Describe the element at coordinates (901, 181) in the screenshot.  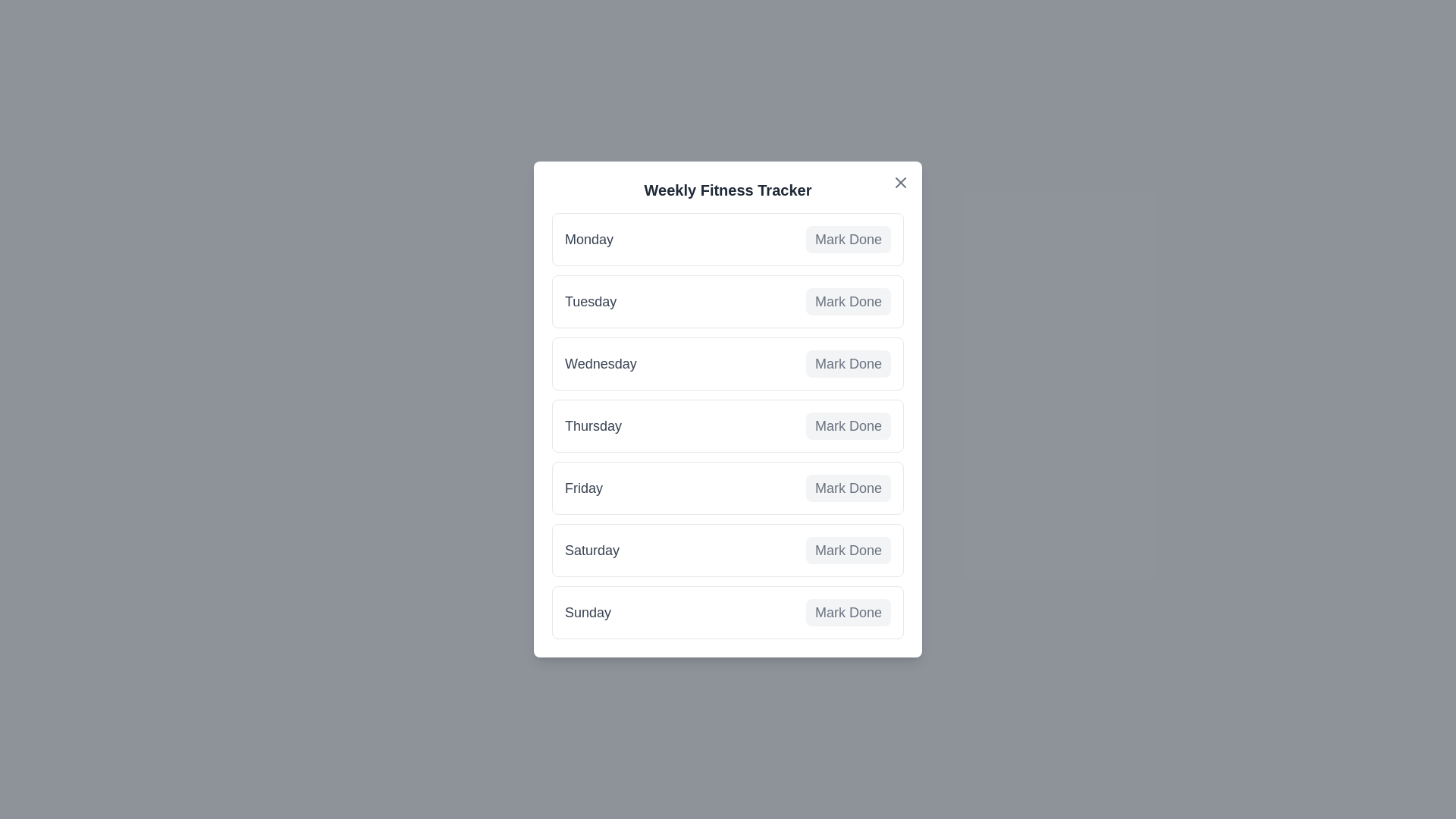
I see `the 'X' button to close the tracker modal` at that location.